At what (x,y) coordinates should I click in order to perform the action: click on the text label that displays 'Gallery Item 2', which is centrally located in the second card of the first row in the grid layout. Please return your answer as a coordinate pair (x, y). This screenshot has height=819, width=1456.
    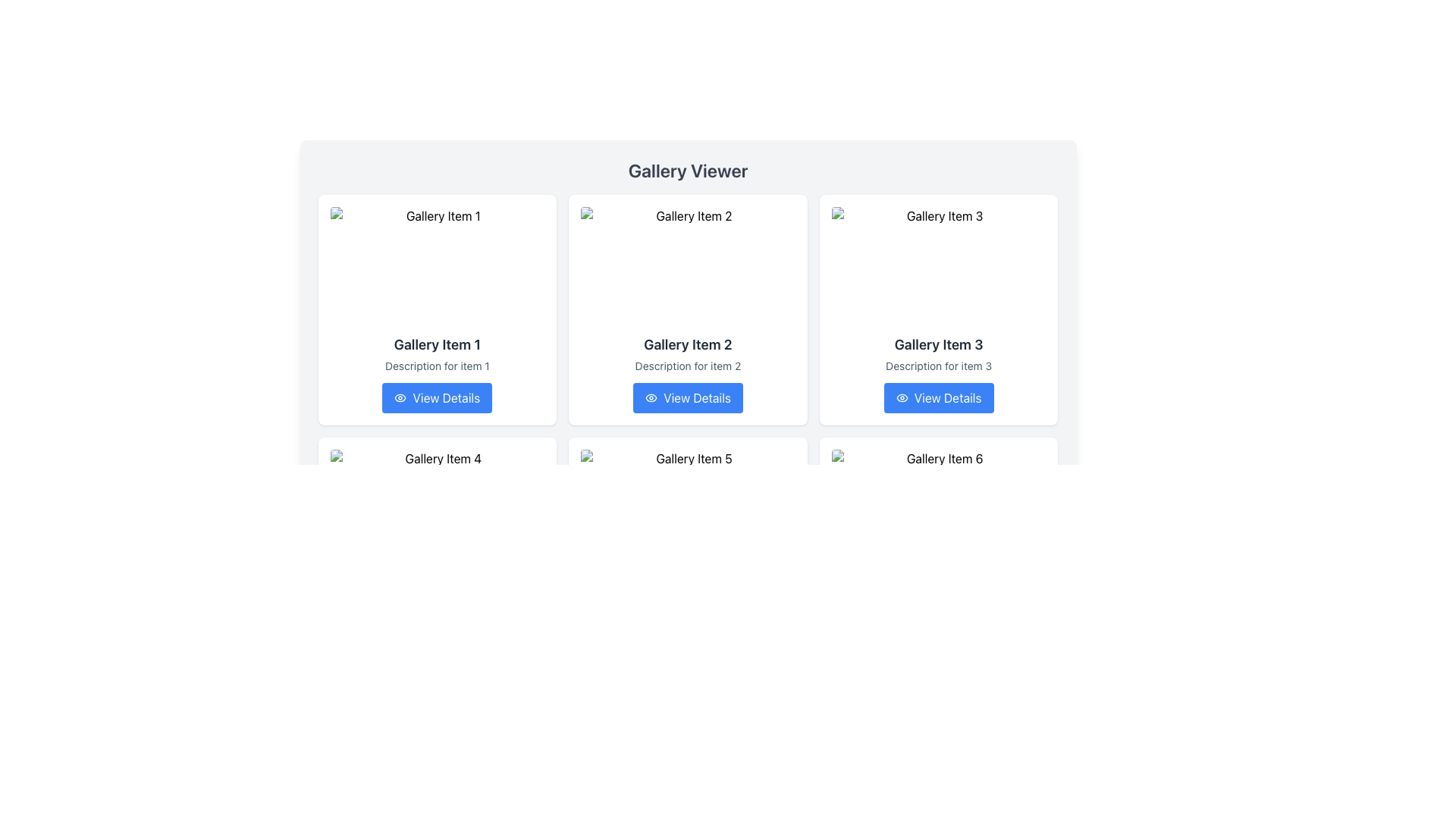
    Looking at the image, I should click on (687, 345).